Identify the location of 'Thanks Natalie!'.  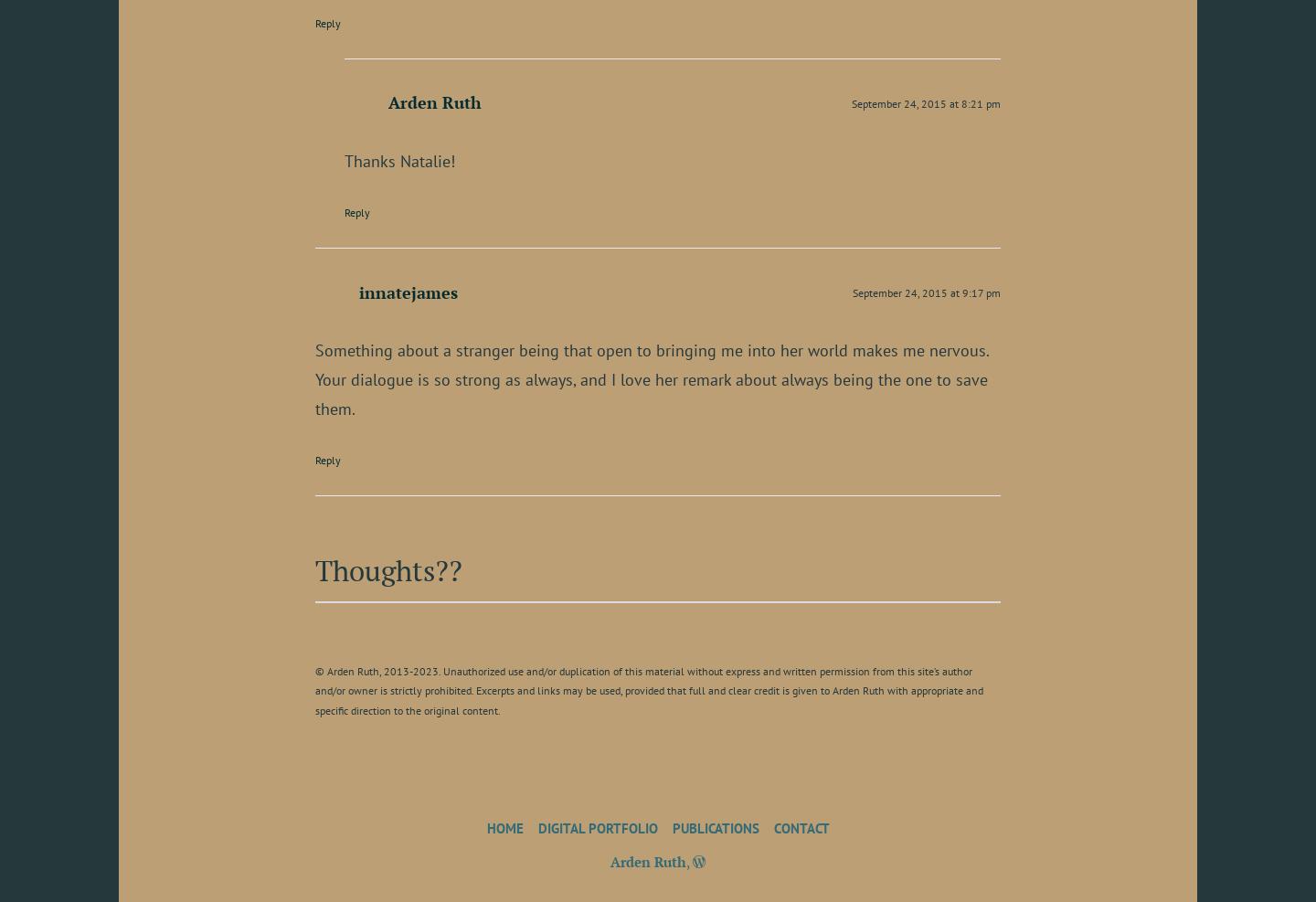
(399, 159).